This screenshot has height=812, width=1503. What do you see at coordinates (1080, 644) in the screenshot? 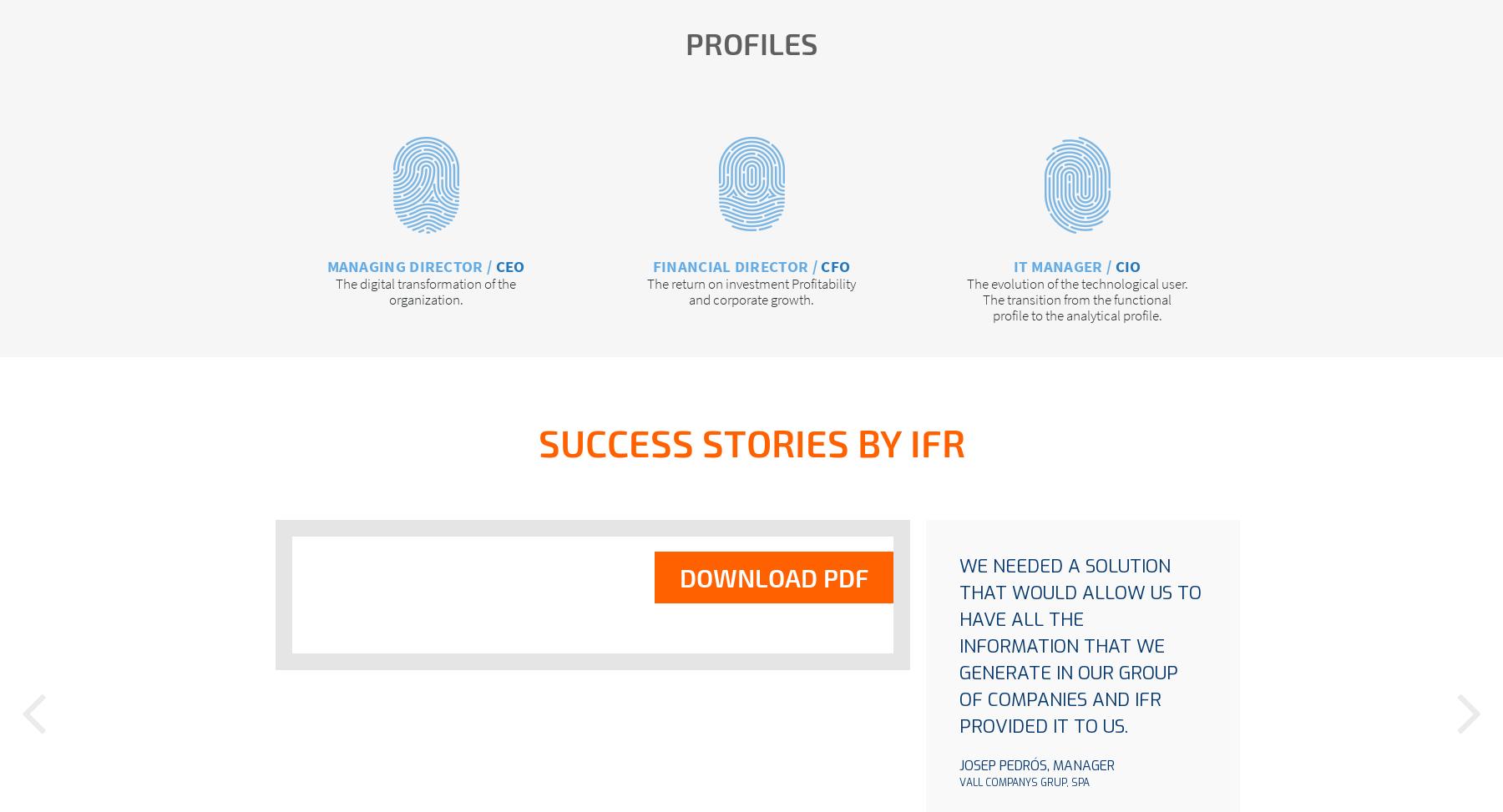
I see `'WE NEEDED A SOLUTION THAT WOULD ALLOW US TO HAVE ALL THE INFORMATION THAT WE GENERATE IN OUR GROUP OF COMPANIES AND IFR PROVIDED IT TO US.'` at bounding box center [1080, 644].